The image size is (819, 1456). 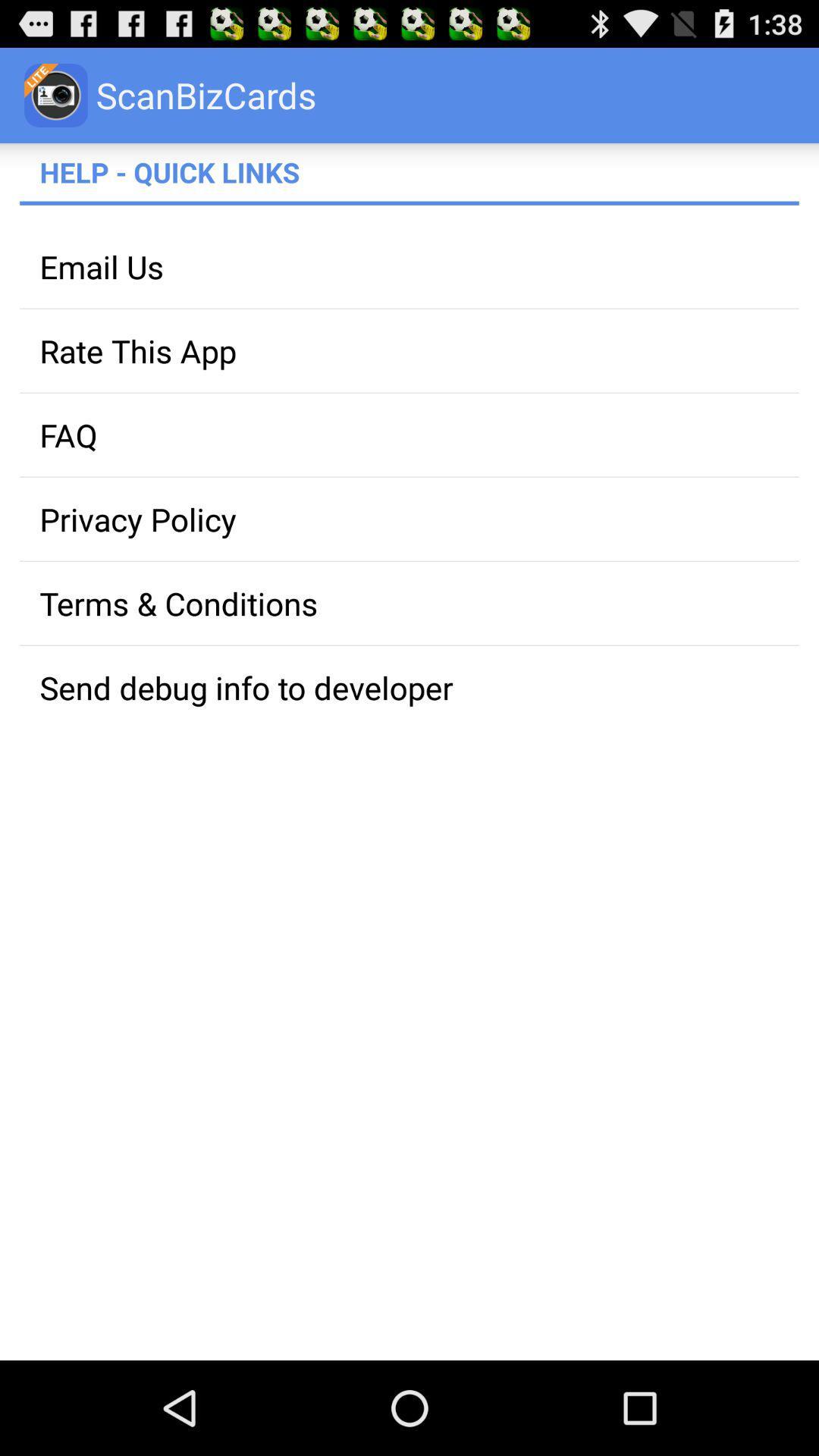 I want to click on item above privacy policy icon, so click(x=409, y=434).